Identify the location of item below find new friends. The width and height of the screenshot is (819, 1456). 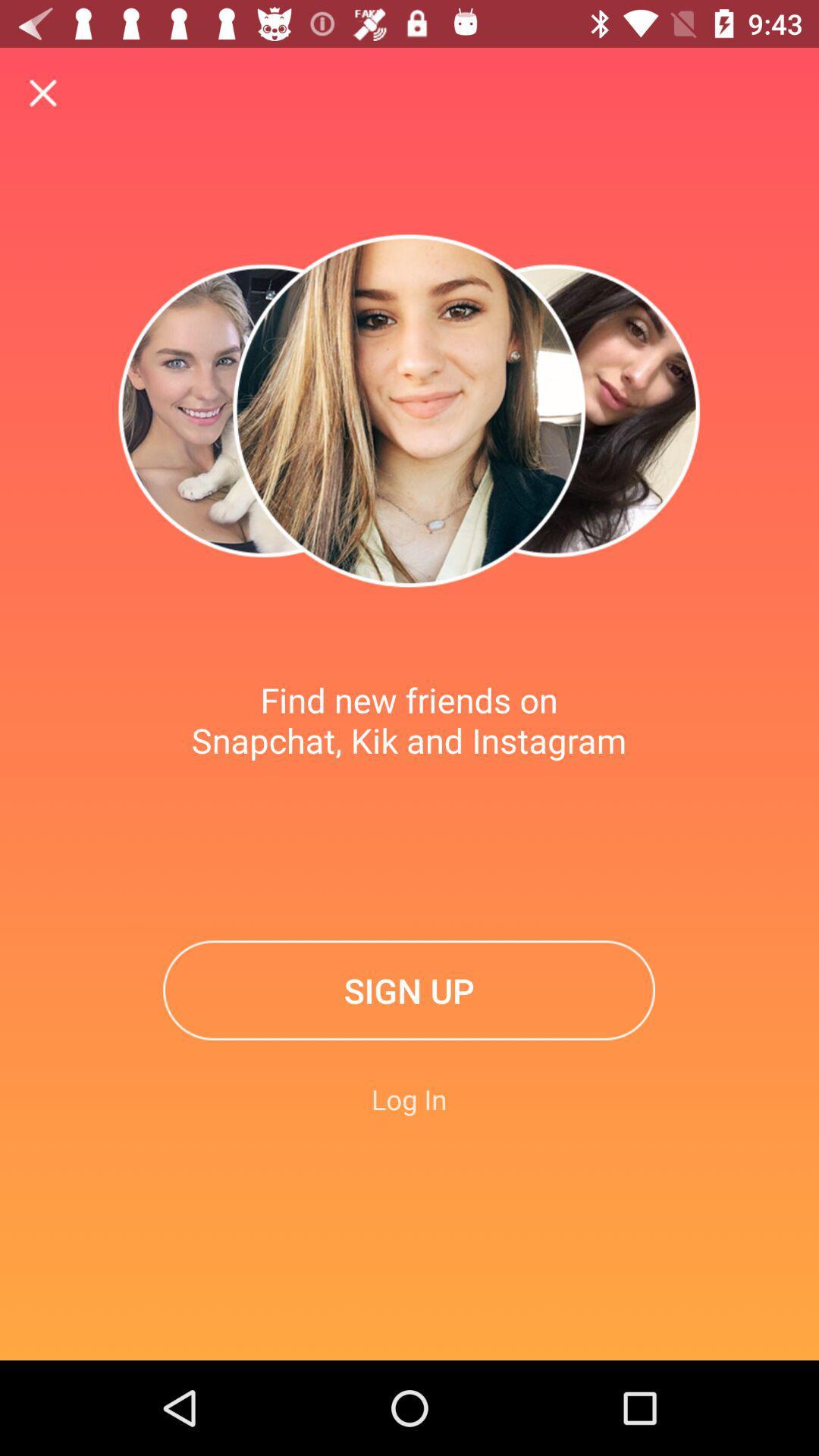
(408, 990).